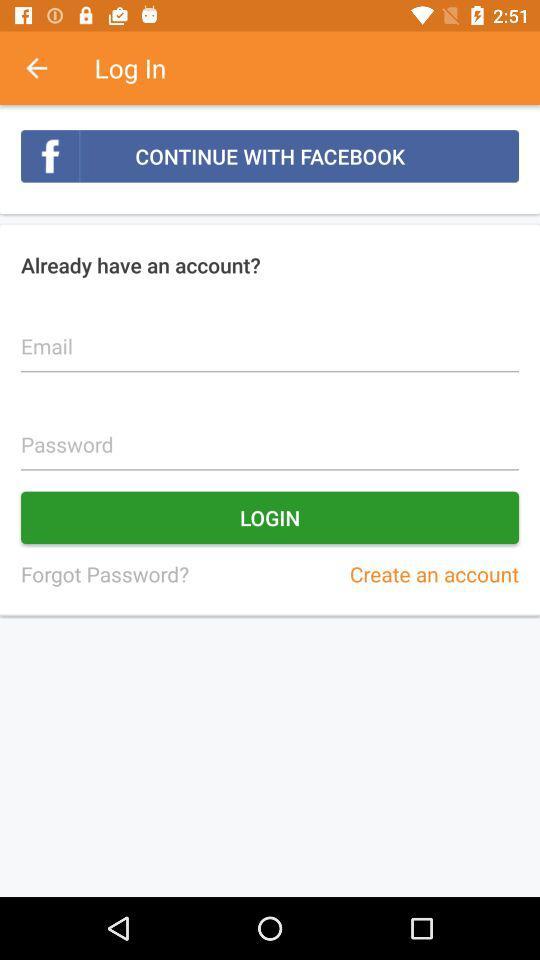 The image size is (540, 960). What do you see at coordinates (270, 516) in the screenshot?
I see `login item` at bounding box center [270, 516].